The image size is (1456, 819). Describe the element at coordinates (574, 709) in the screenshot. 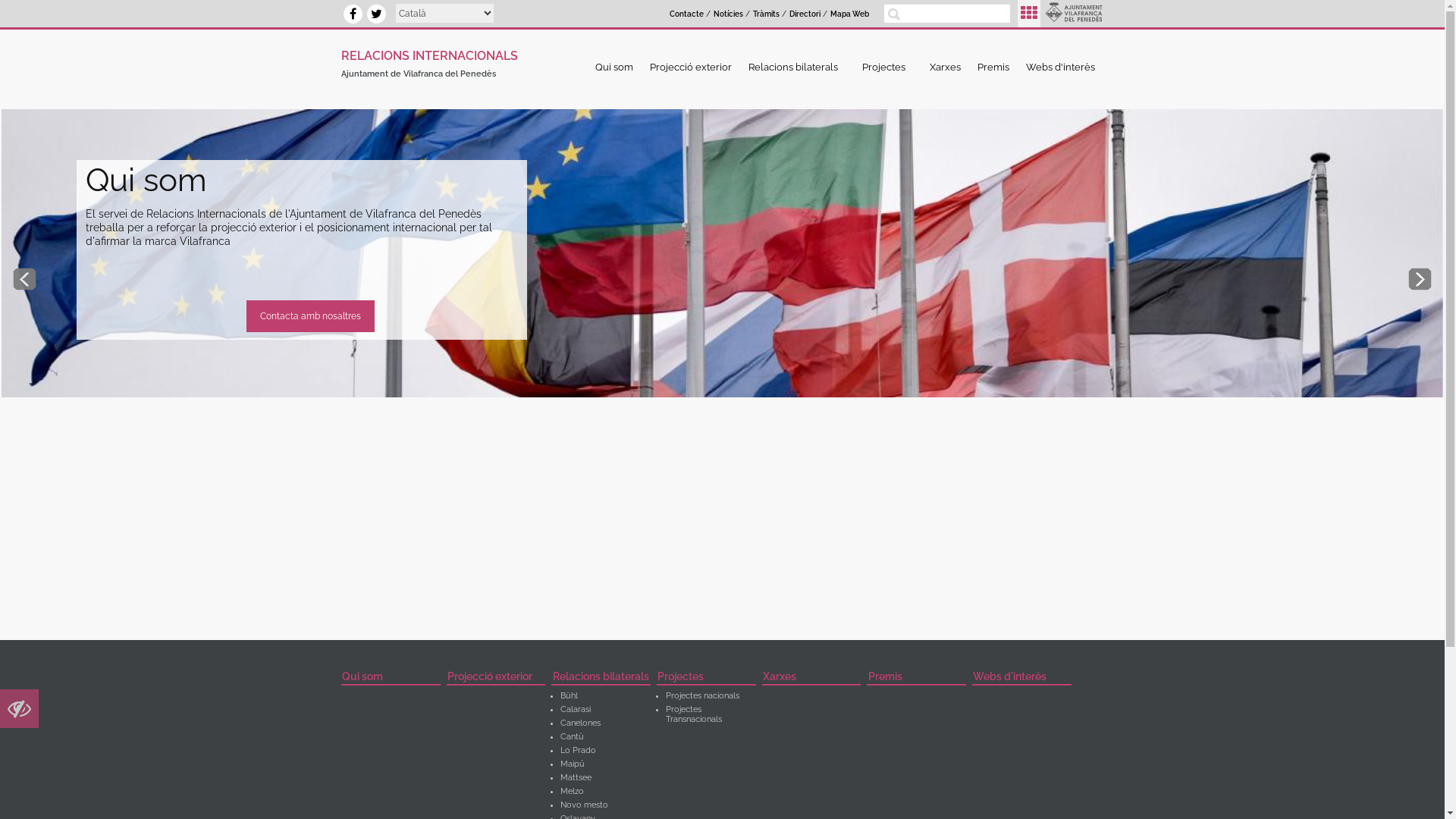

I see `'Calarasi'` at that location.